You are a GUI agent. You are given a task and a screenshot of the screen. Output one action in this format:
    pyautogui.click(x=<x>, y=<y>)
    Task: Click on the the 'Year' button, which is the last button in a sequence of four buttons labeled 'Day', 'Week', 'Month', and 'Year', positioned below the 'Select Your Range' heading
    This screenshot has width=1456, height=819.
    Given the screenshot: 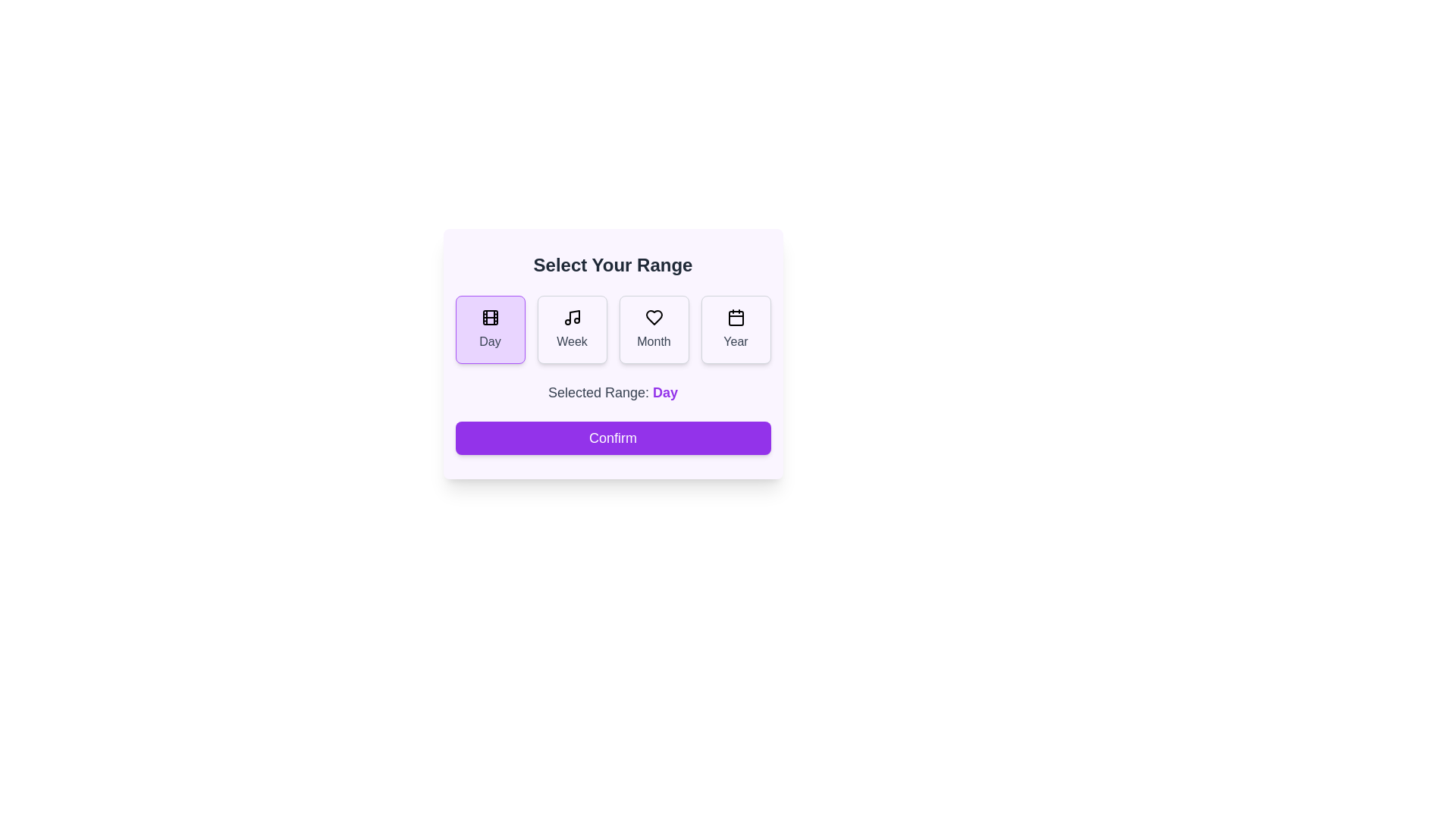 What is the action you would take?
    pyautogui.click(x=736, y=329)
    